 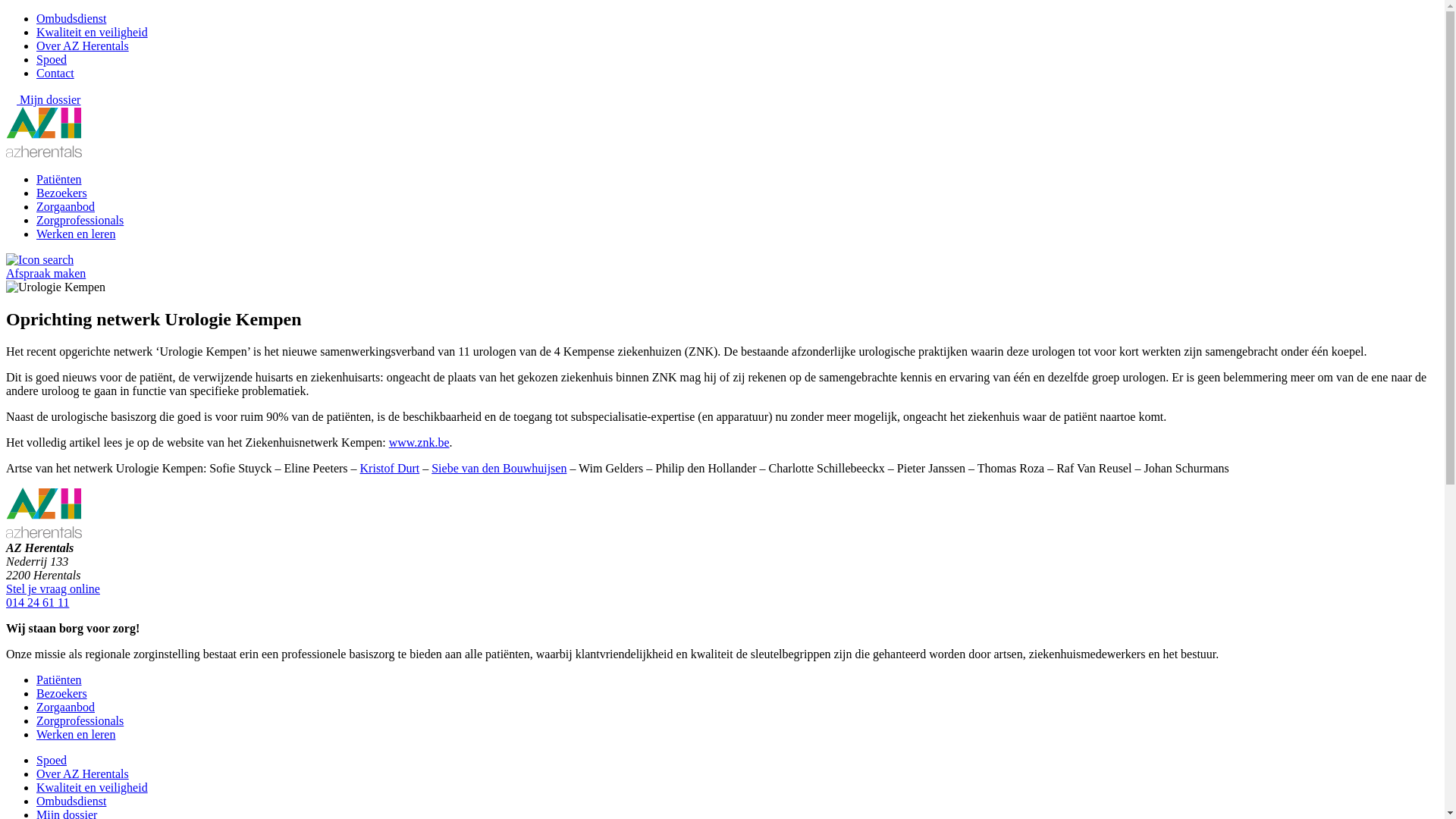 I want to click on 'Siebe van den Bouwhuijsen', so click(x=431, y=467).